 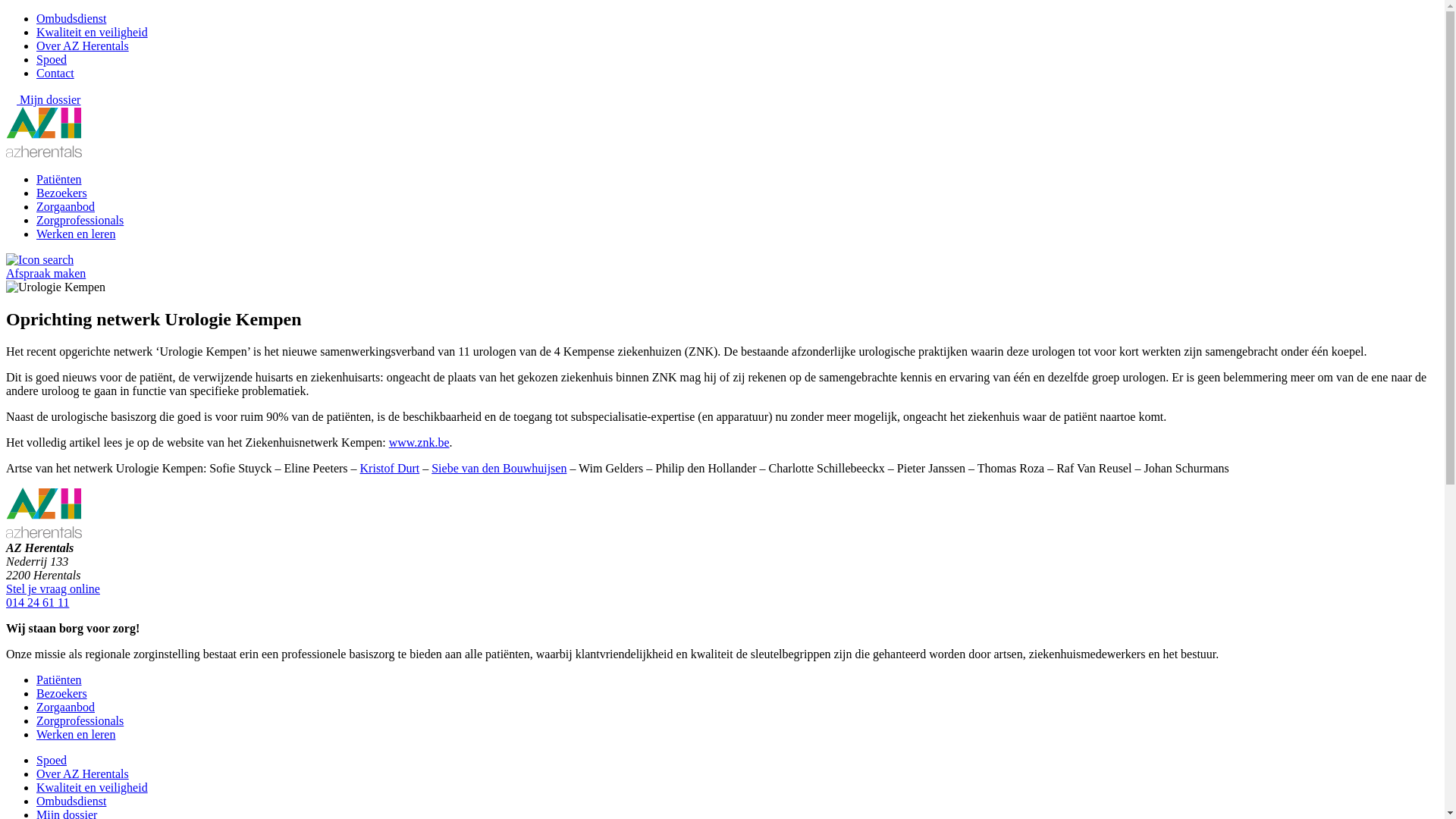 I want to click on 'Siebe van den Bouwhuijsen', so click(x=431, y=467).